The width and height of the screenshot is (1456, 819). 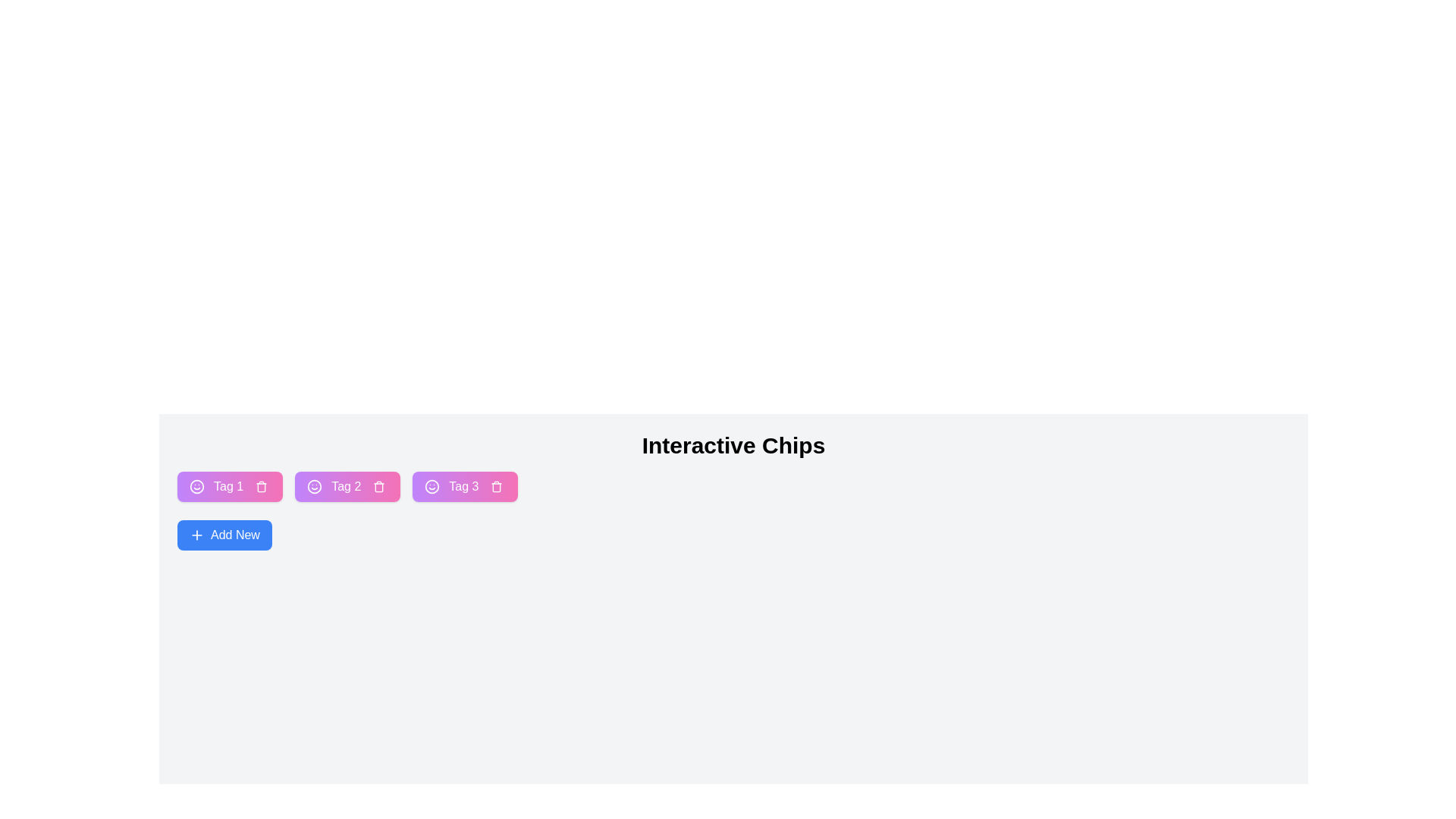 What do you see at coordinates (431, 486) in the screenshot?
I see `the smile icon of the chip labeled Tag 3` at bounding box center [431, 486].